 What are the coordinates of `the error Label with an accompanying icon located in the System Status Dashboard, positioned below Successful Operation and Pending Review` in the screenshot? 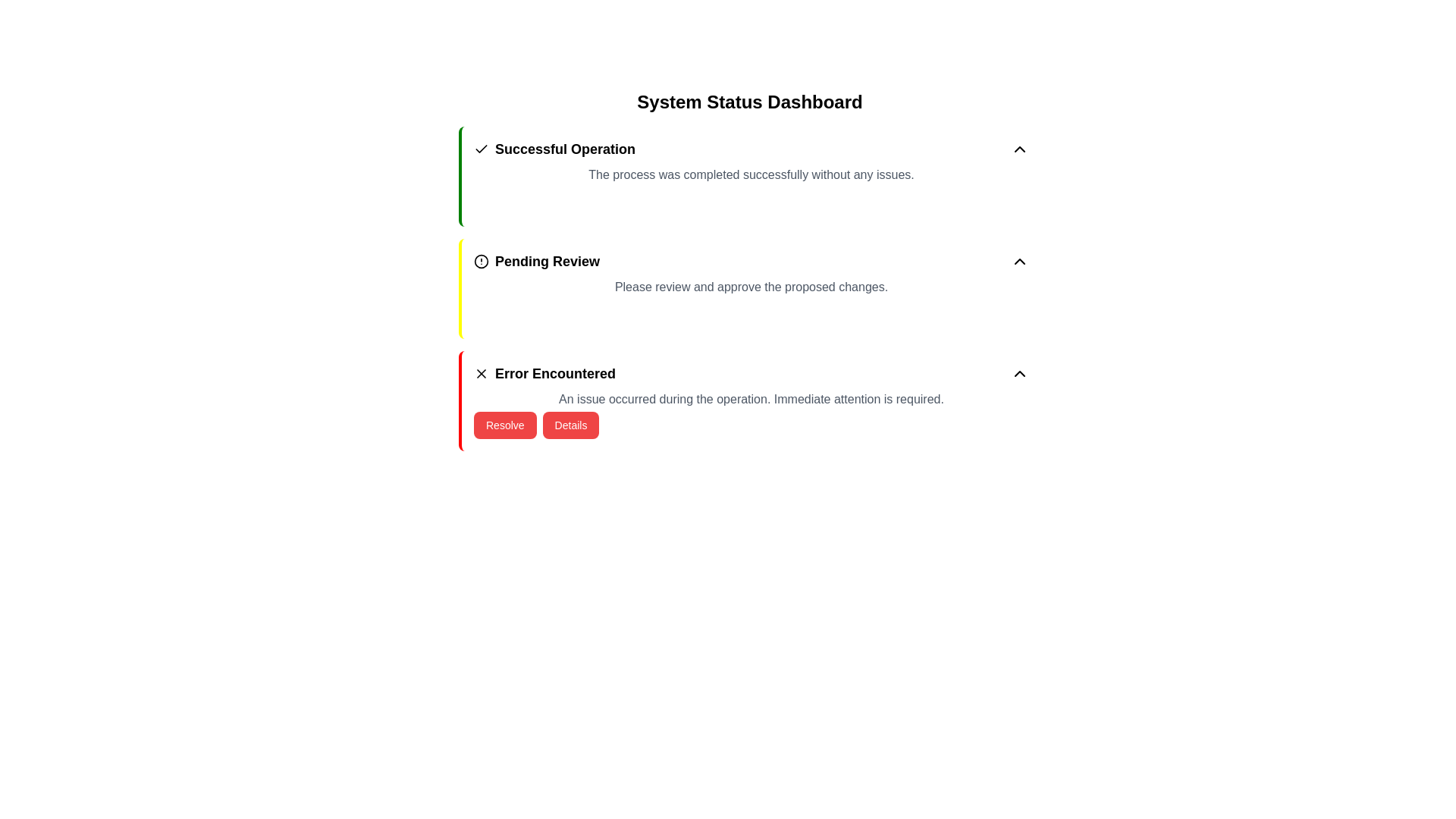 It's located at (544, 374).